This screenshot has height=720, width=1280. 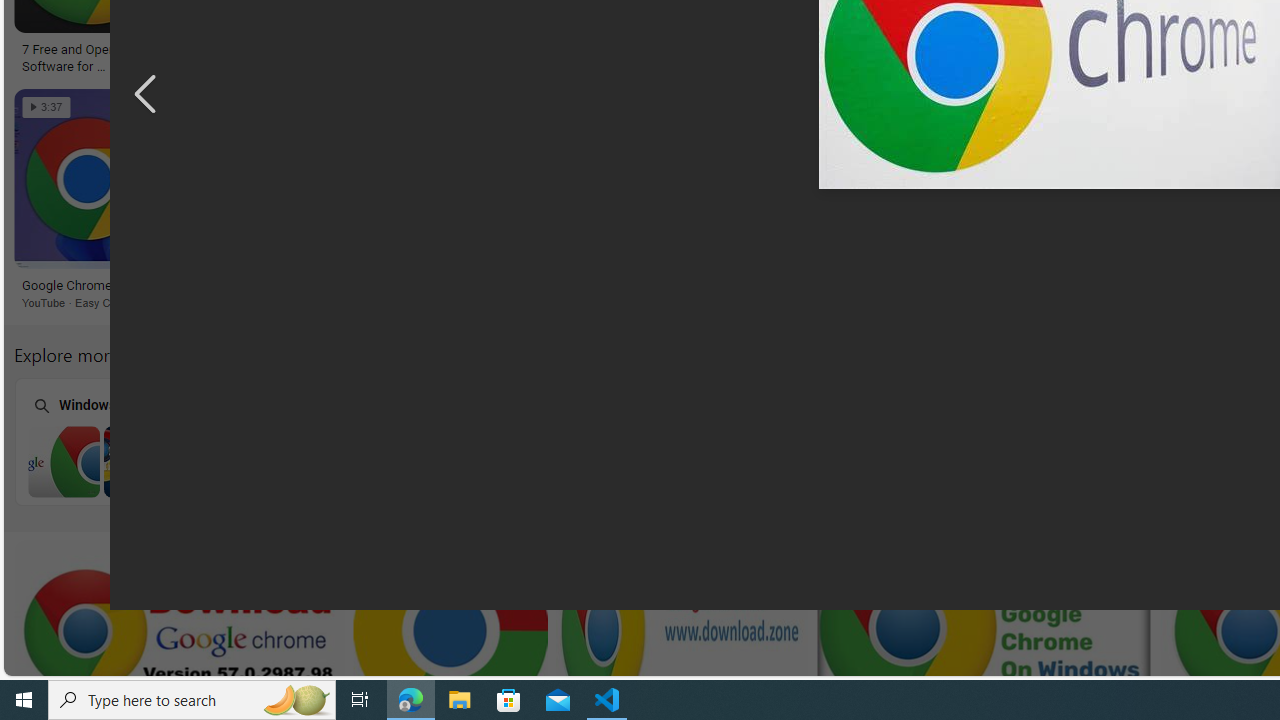 I want to click on '7 Free and Open Source Software for Windows PC | HubPages', so click(x=90, y=55).